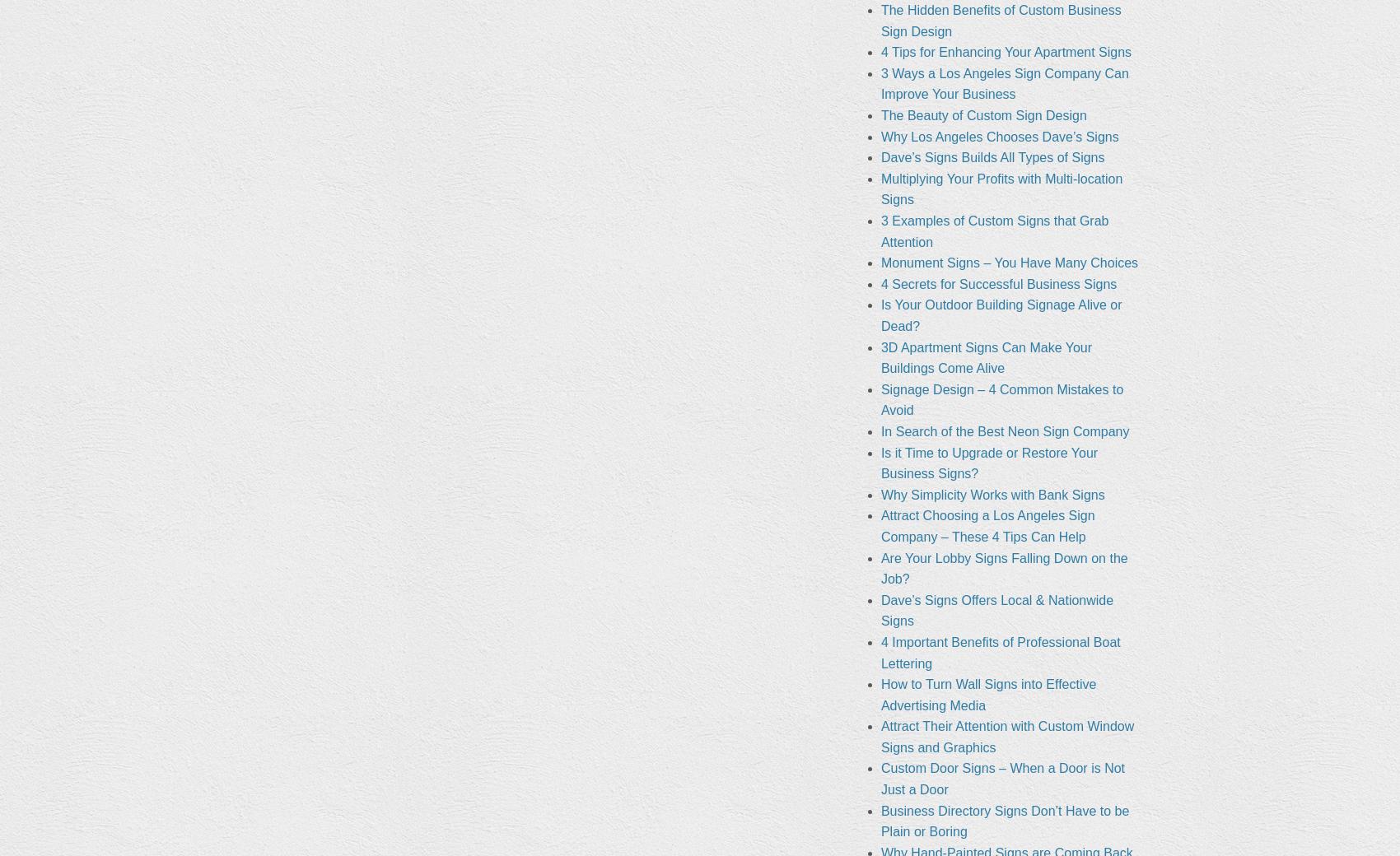 The image size is (1400, 856). I want to click on 'Is it Time to Upgrade or Restore Your Business Signs?', so click(988, 462).